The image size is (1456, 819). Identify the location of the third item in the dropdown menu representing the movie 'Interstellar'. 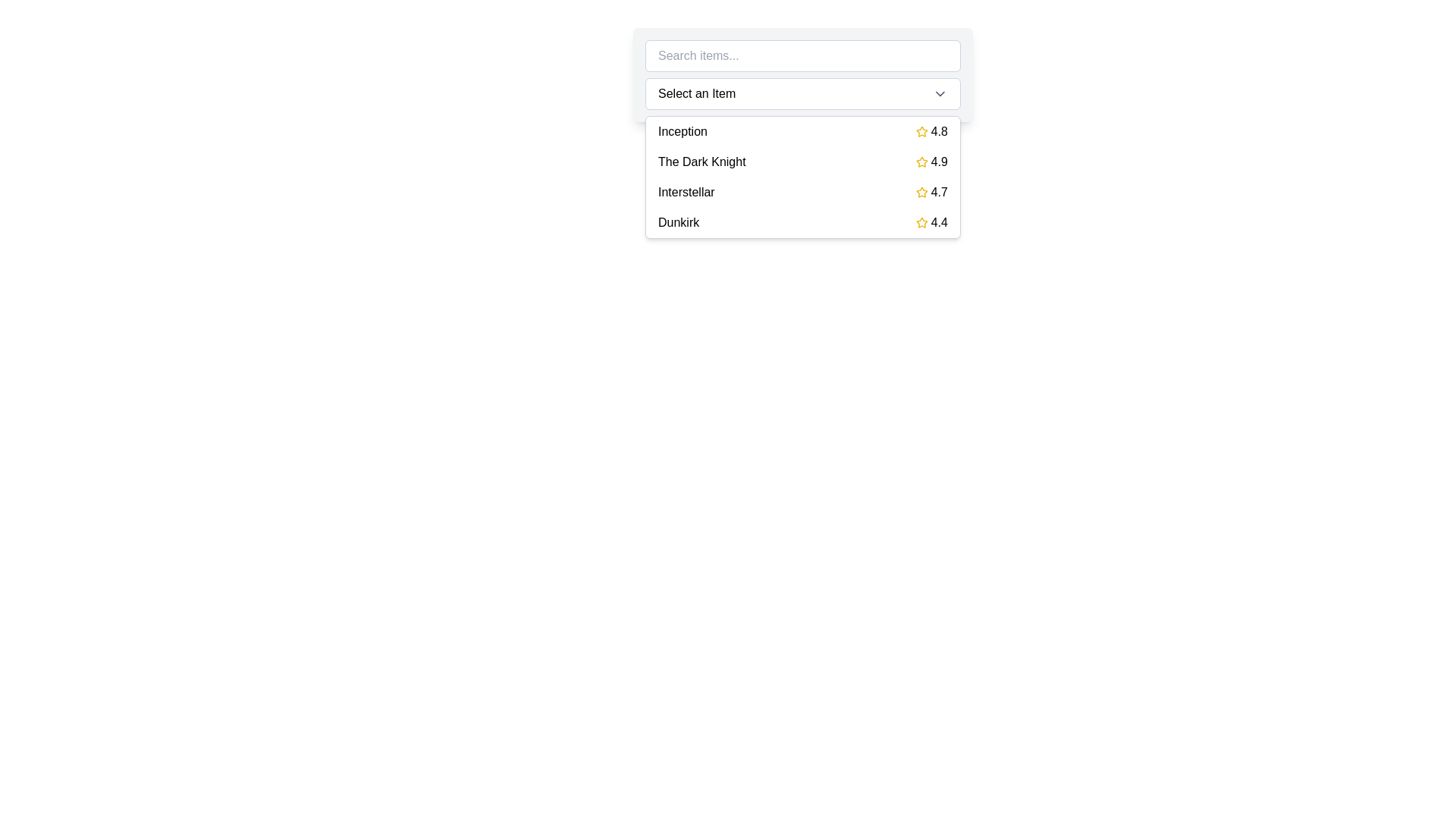
(802, 192).